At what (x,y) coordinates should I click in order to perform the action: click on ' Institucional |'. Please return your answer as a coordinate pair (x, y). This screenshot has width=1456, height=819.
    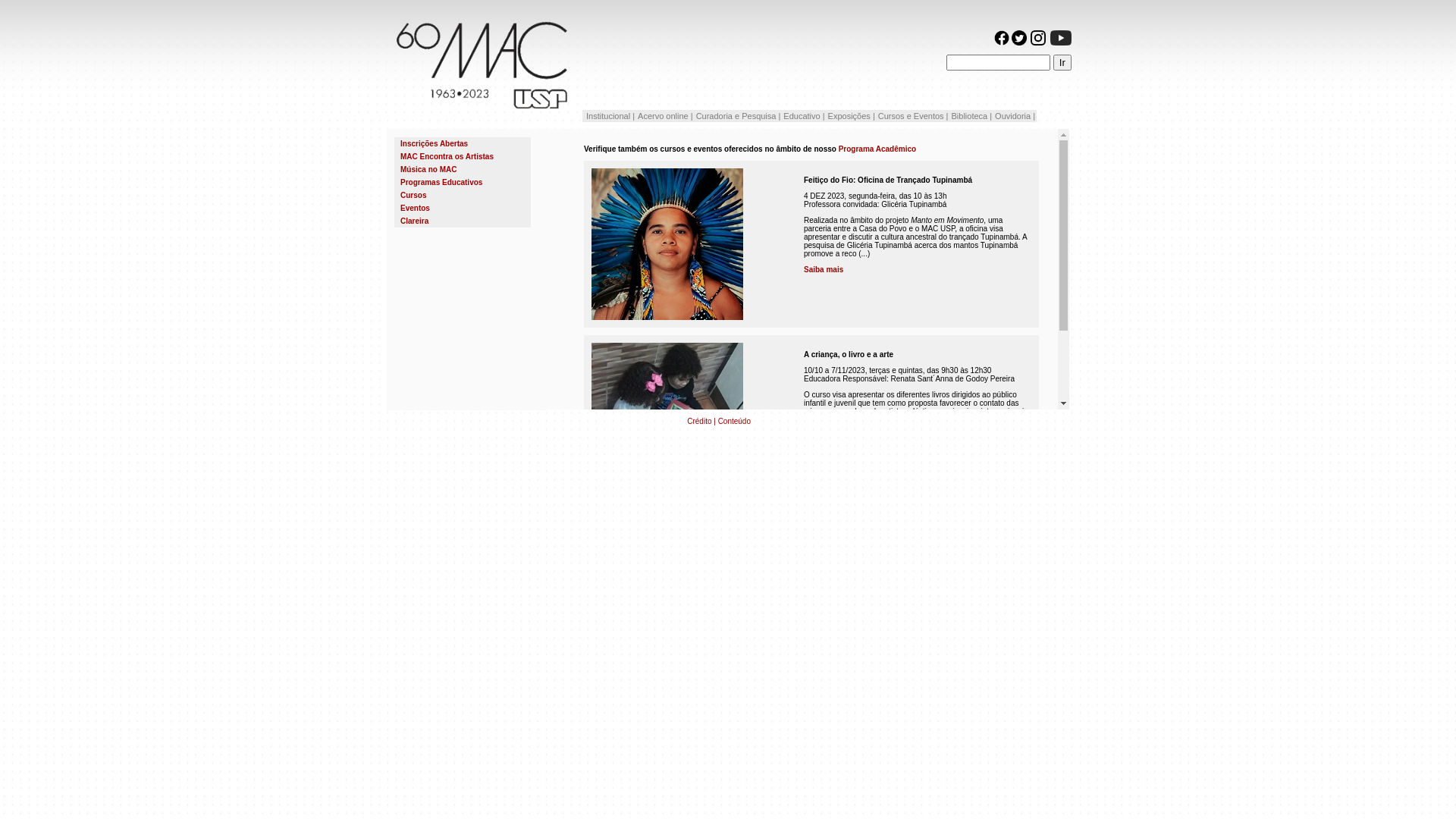
    Looking at the image, I should click on (609, 115).